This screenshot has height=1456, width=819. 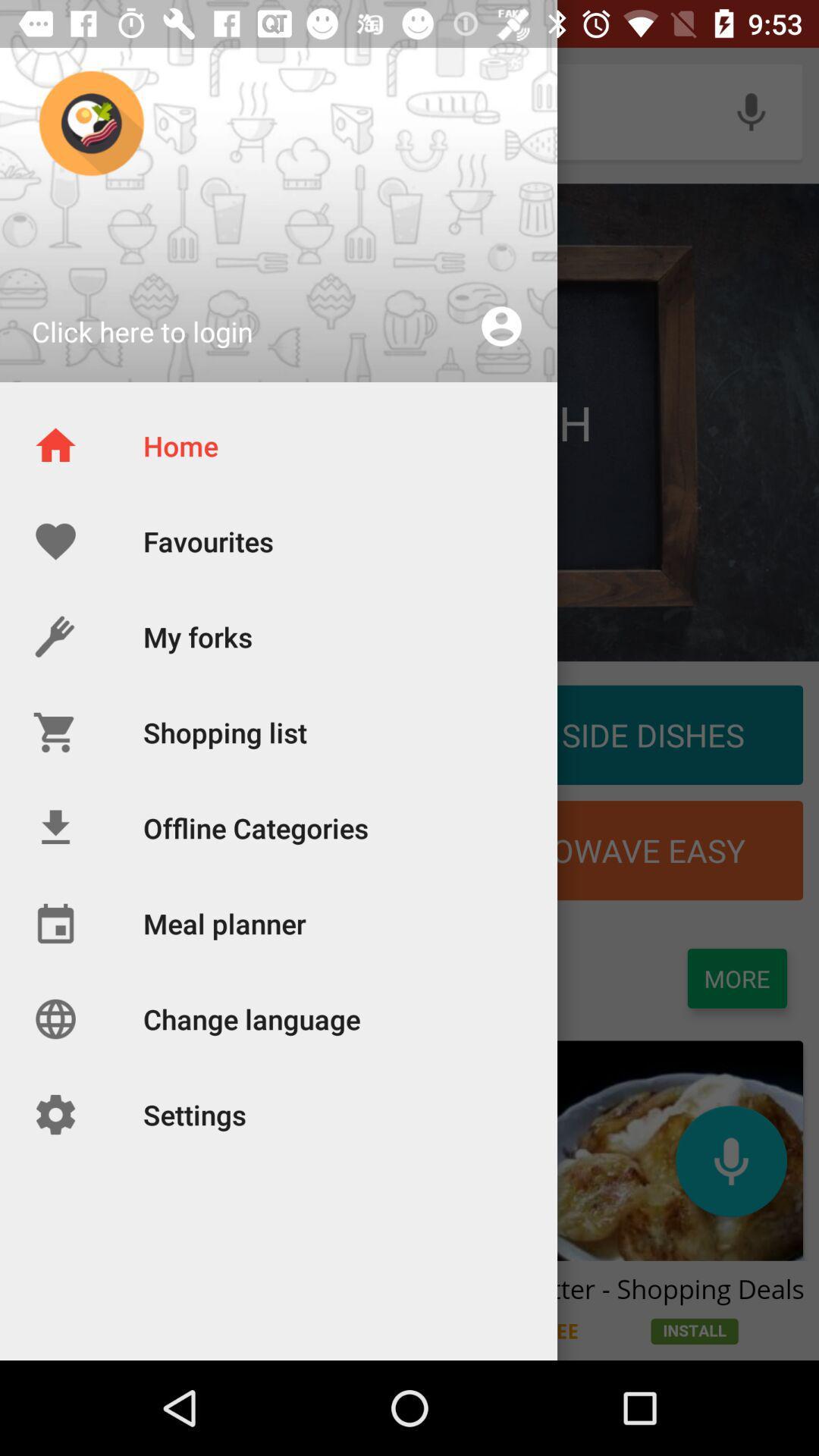 What do you see at coordinates (751, 111) in the screenshot?
I see `the microphone icon` at bounding box center [751, 111].